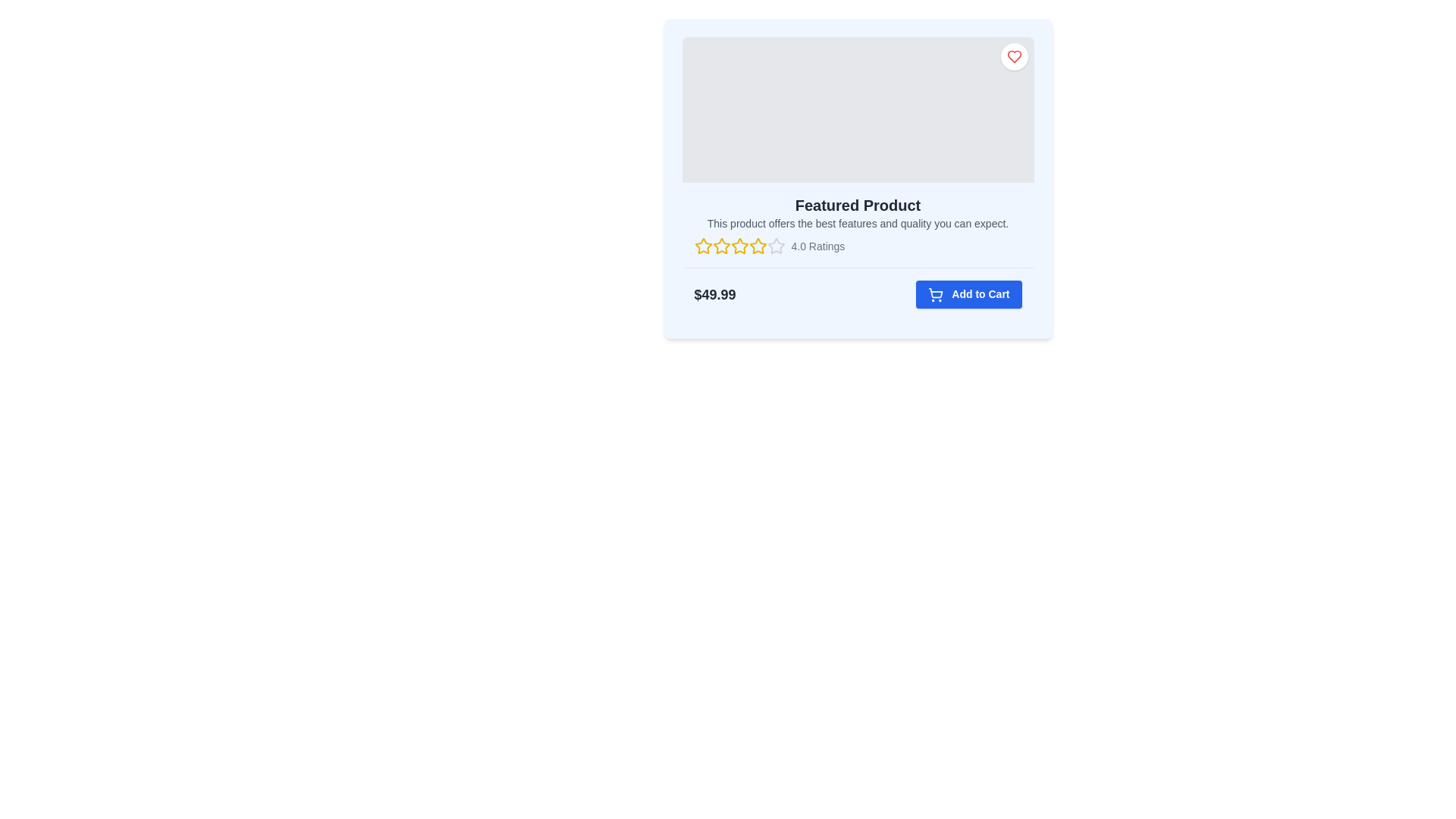  Describe the element at coordinates (858, 245) in the screenshot. I see `the Rating indicator displaying '4.0 Ratings' with five stars, where the first four stars are yellow and the last one is gray, located below the product title` at that location.